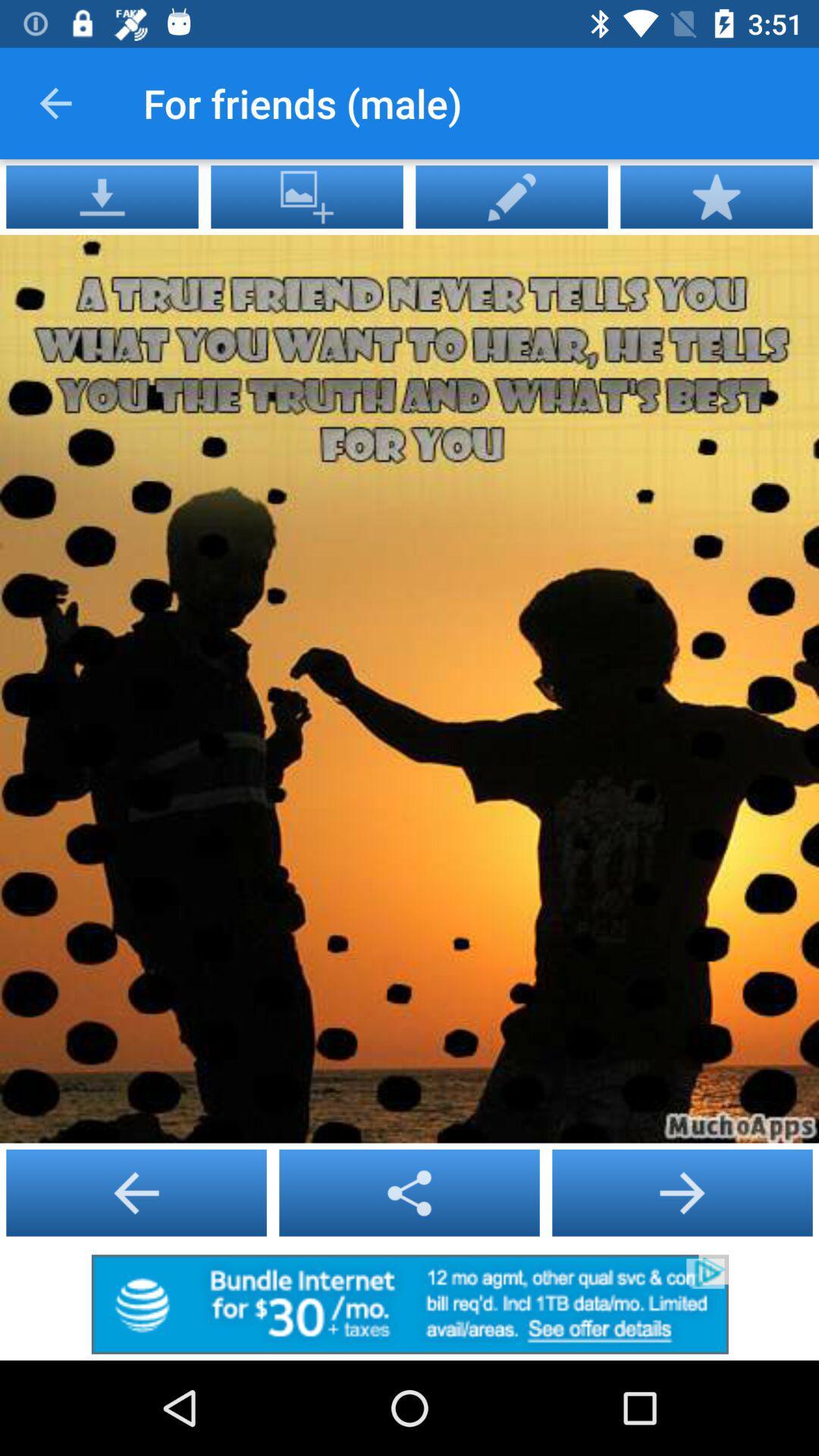 The height and width of the screenshot is (1456, 819). I want to click on the add icon, so click(136, 1192).